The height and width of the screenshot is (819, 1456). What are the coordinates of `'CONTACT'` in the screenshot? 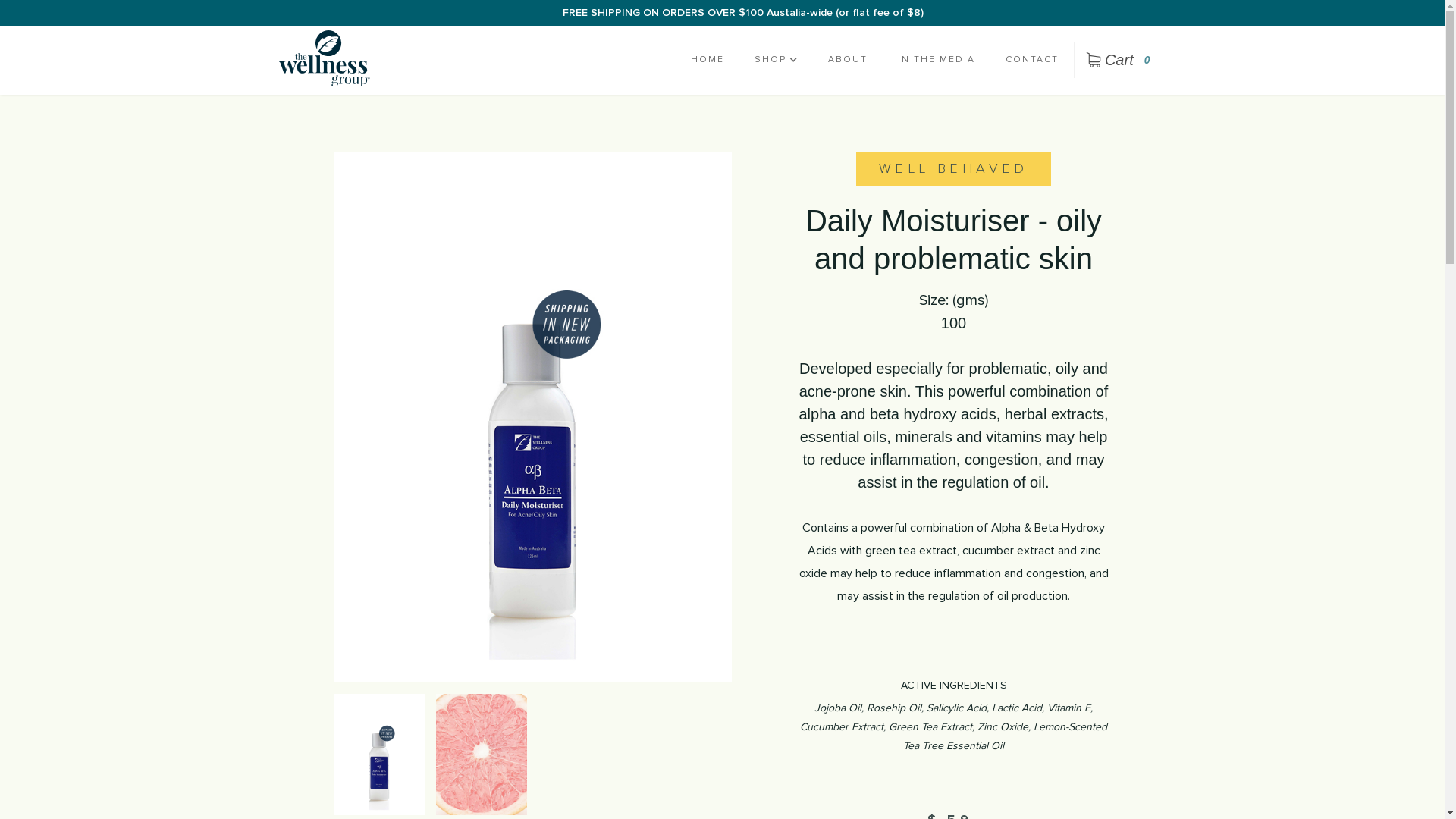 It's located at (1031, 58).